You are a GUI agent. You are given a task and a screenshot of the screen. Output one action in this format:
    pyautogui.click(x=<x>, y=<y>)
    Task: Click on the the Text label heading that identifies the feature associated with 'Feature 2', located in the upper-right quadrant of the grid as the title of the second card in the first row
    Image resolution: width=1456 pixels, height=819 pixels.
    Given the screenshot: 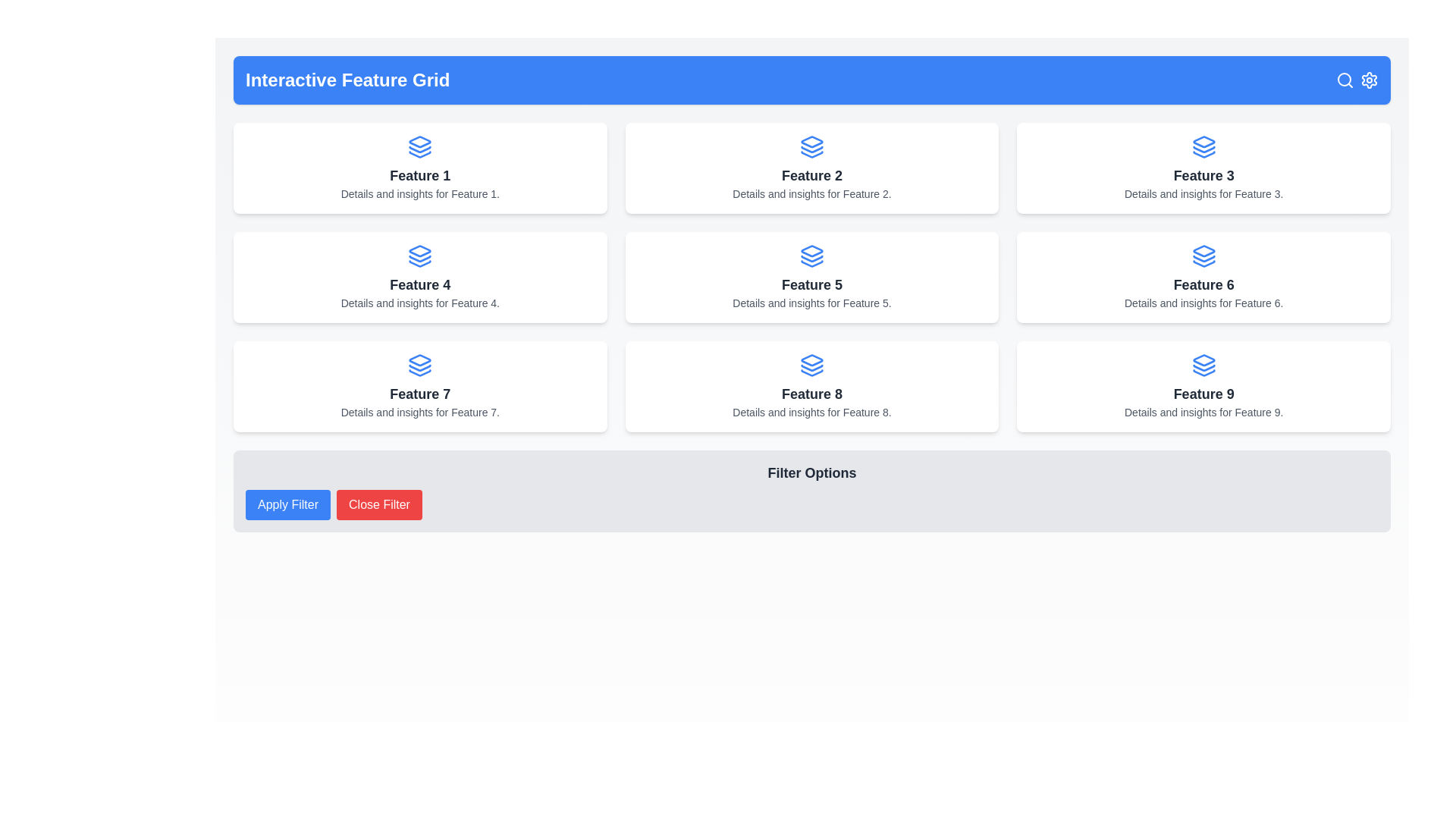 What is the action you would take?
    pyautogui.click(x=811, y=174)
    